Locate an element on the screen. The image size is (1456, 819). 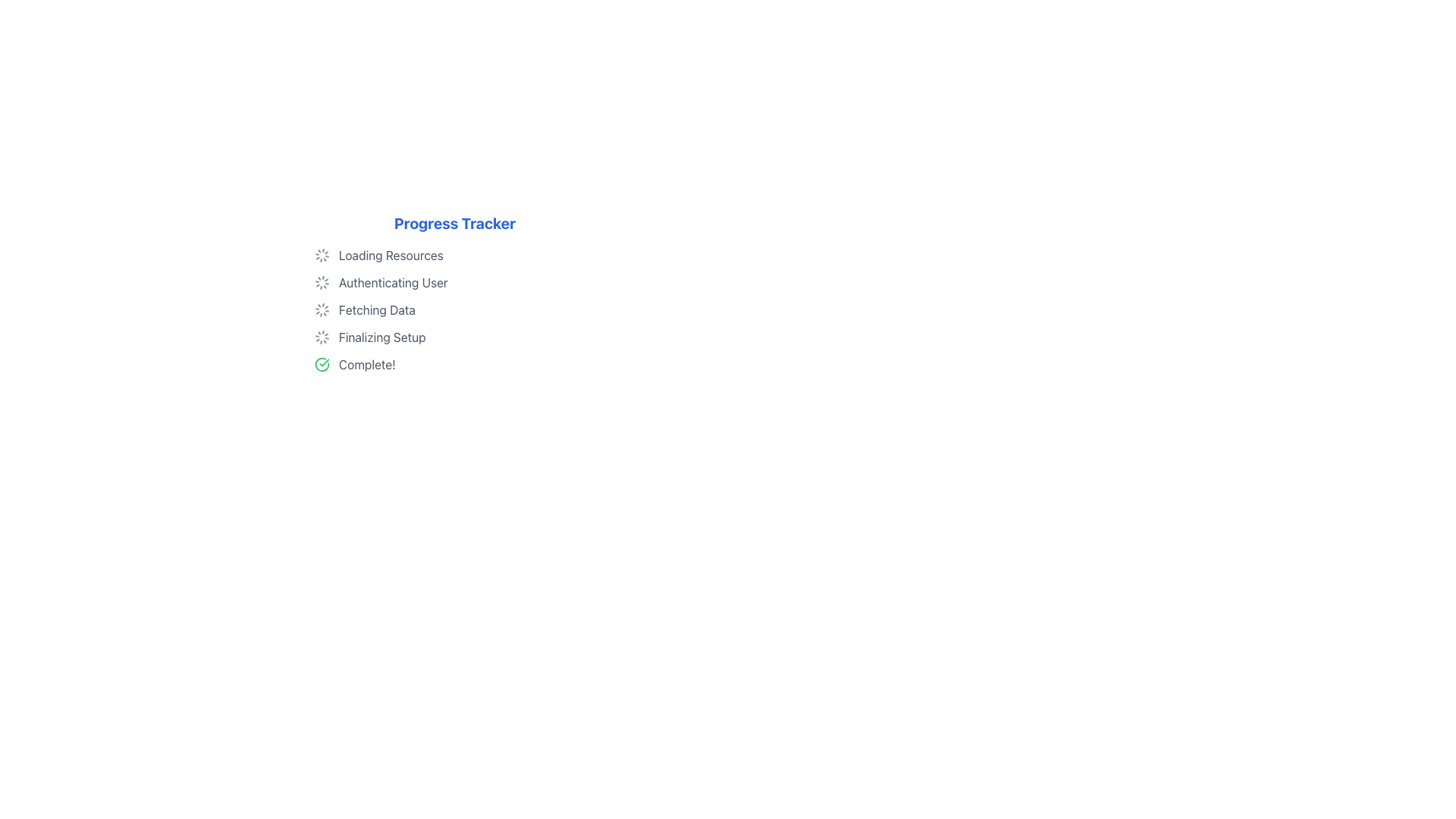
the second item of the Progress Tracker list, which indicates the current status of the authentication process is located at coordinates (454, 283).